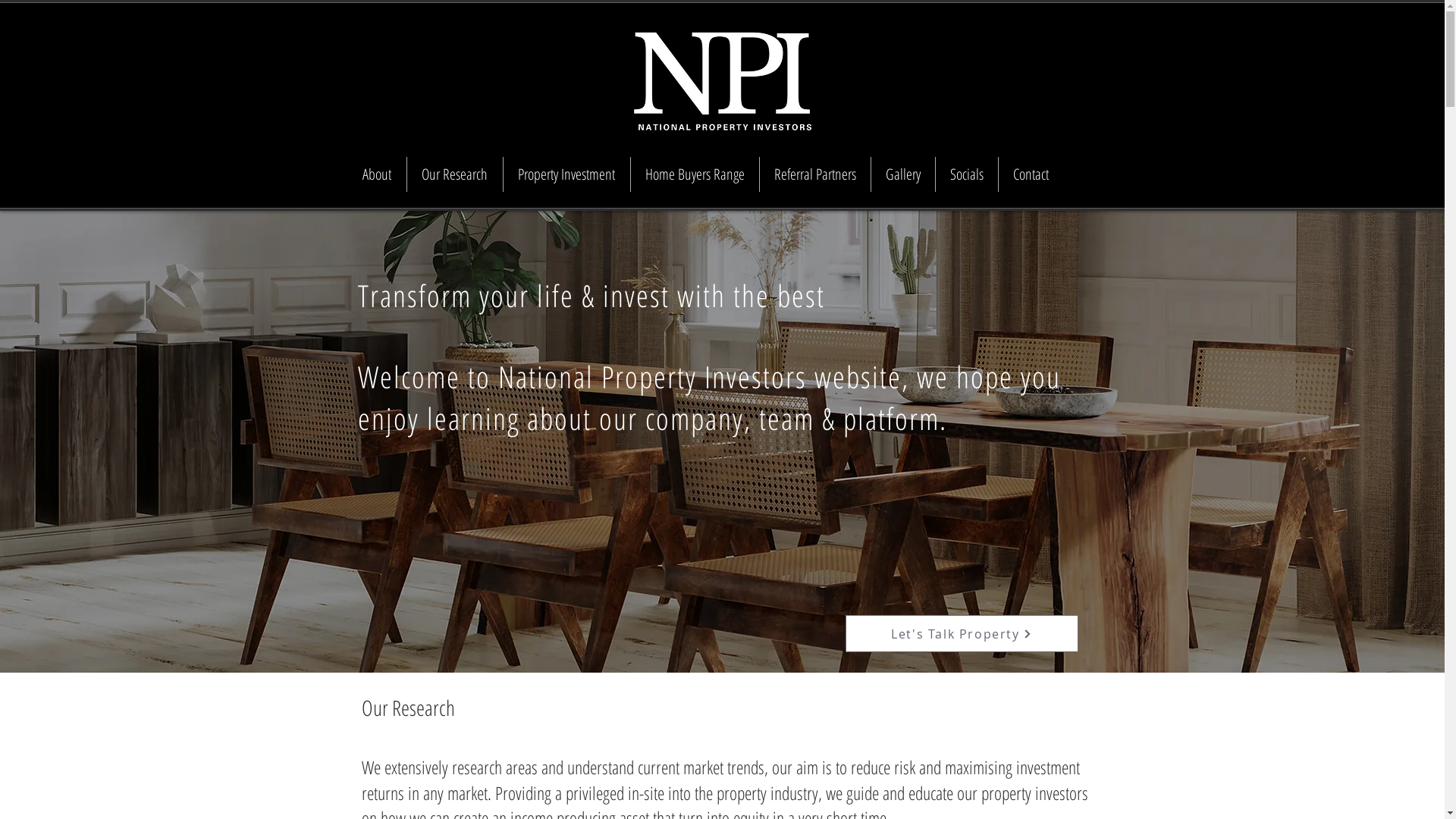  What do you see at coordinates (376, 174) in the screenshot?
I see `'About'` at bounding box center [376, 174].